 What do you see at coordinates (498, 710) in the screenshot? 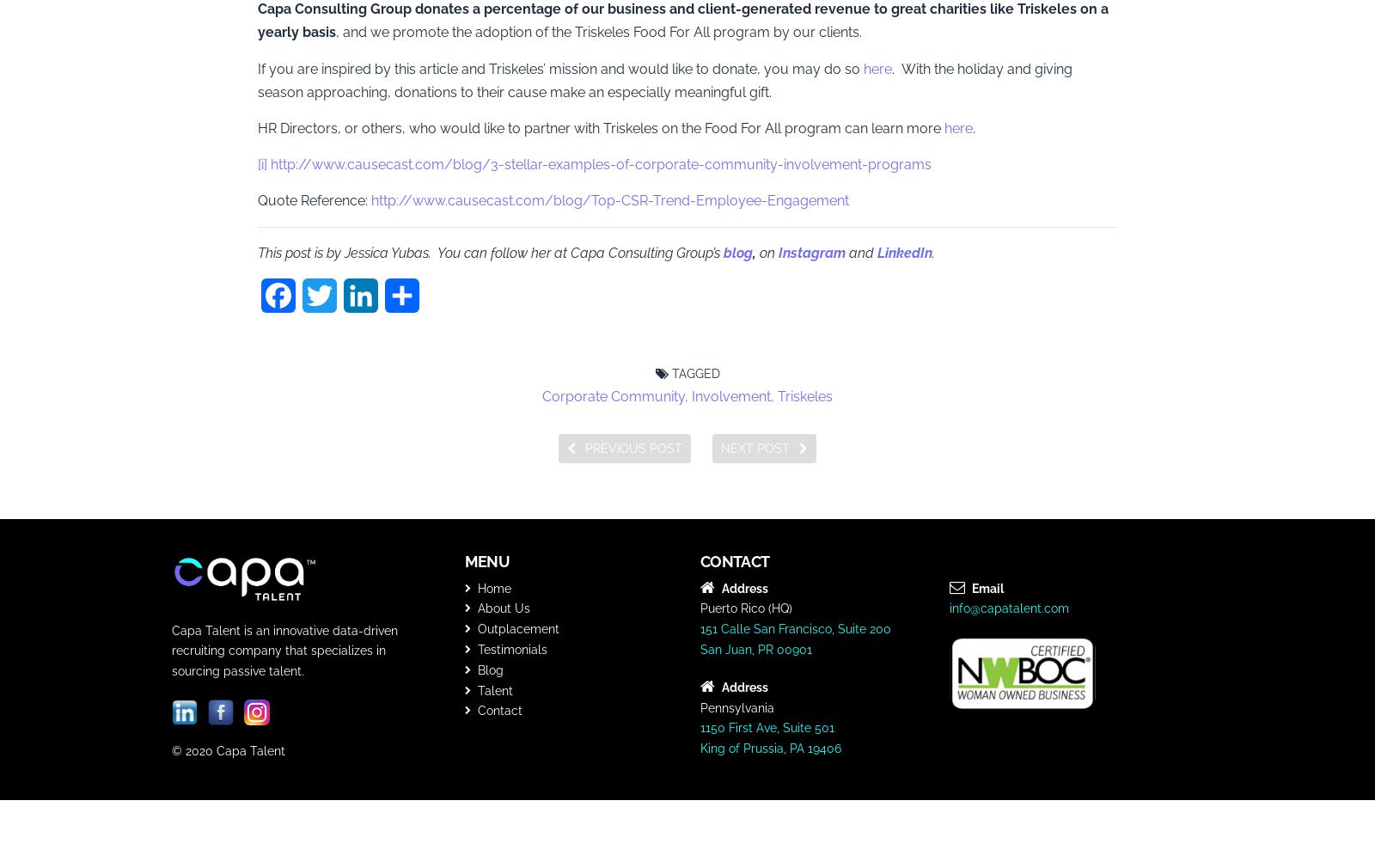
I see `'Contact'` at bounding box center [498, 710].